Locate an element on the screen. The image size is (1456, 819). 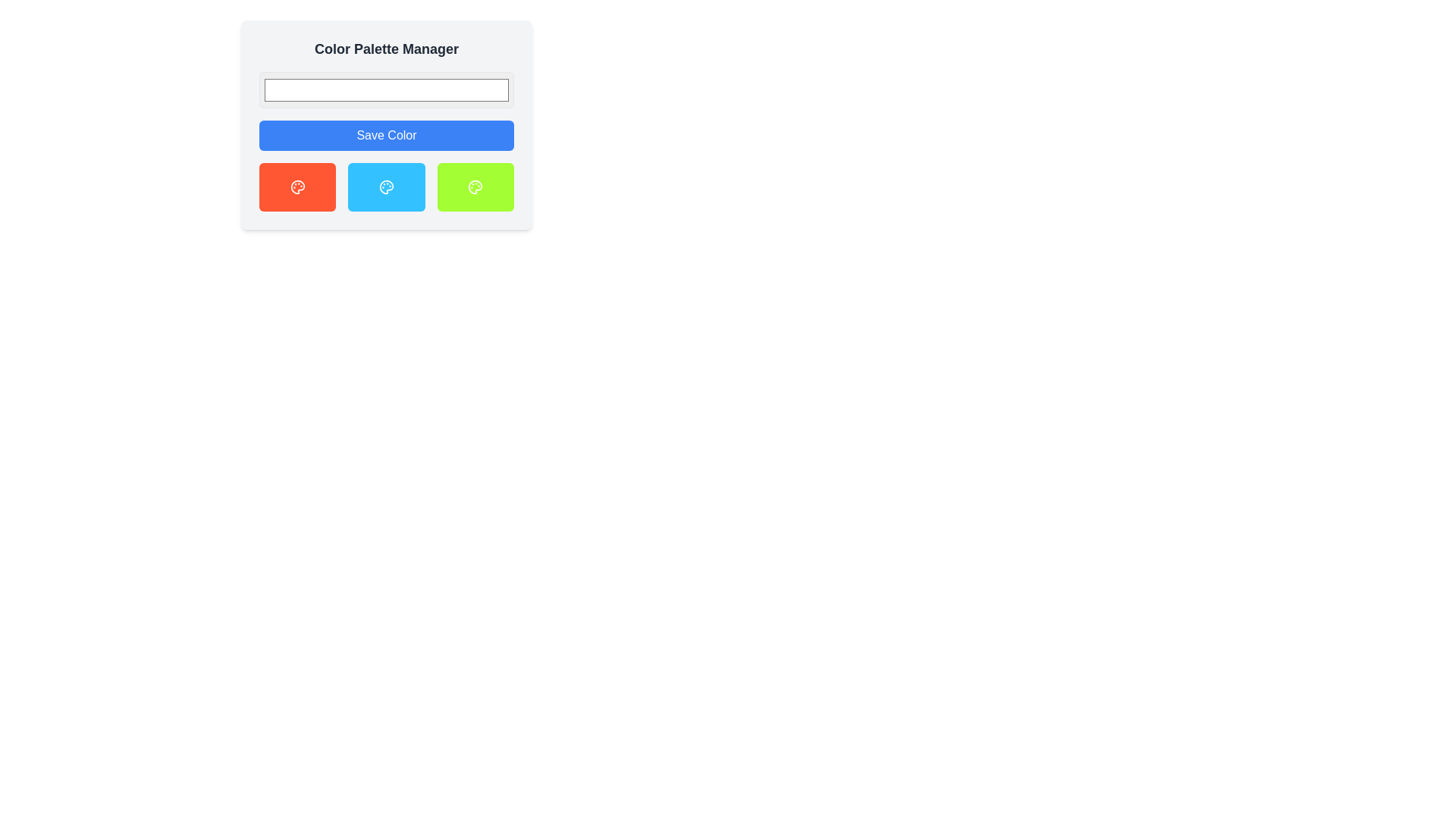
the vibrant orange button with rounded corners, which is the first button in a row of three, located in the 'Color Palette Manager' component is located at coordinates (297, 186).